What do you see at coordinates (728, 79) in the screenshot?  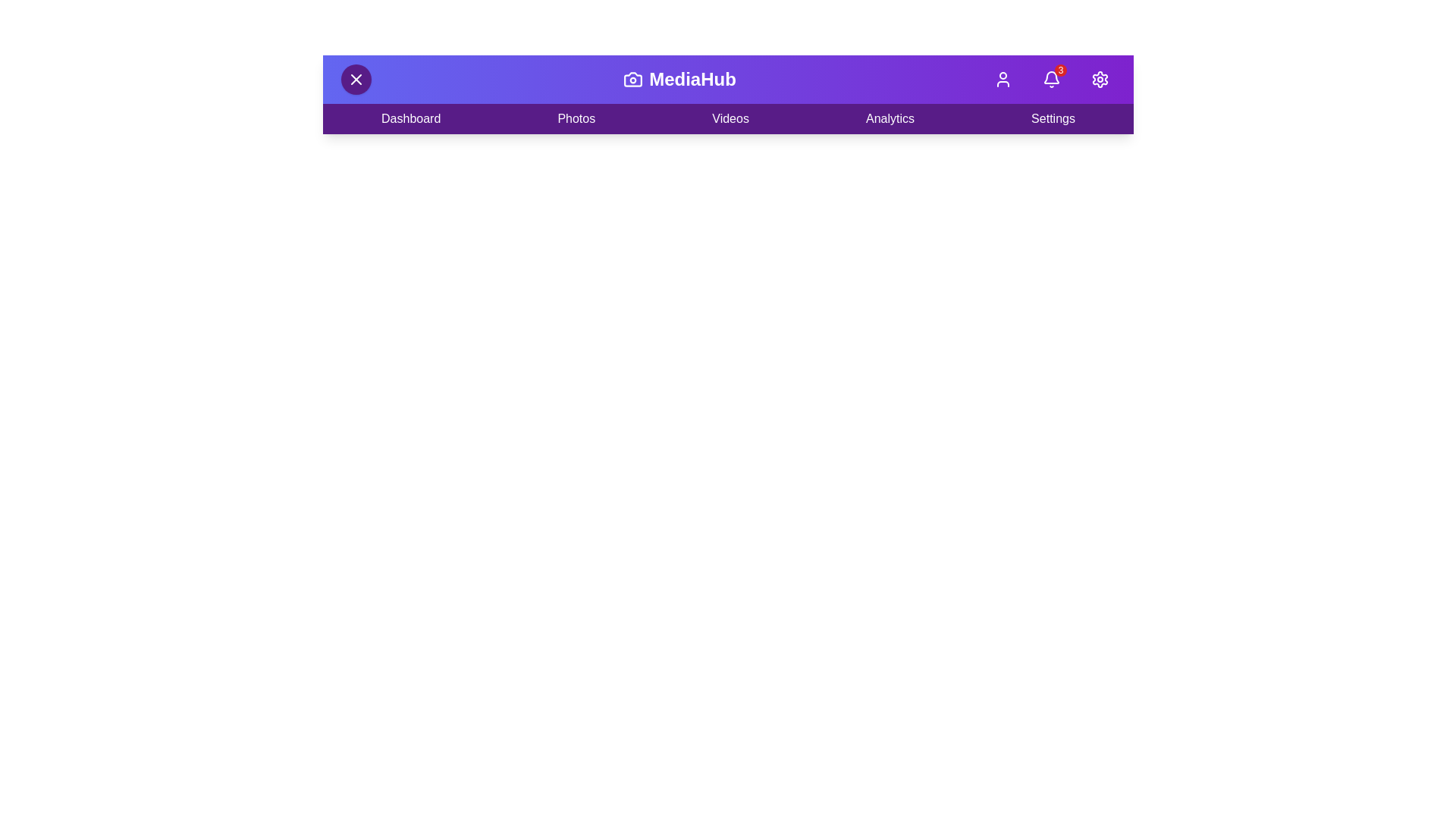 I see `the header area to view the icon and text` at bounding box center [728, 79].